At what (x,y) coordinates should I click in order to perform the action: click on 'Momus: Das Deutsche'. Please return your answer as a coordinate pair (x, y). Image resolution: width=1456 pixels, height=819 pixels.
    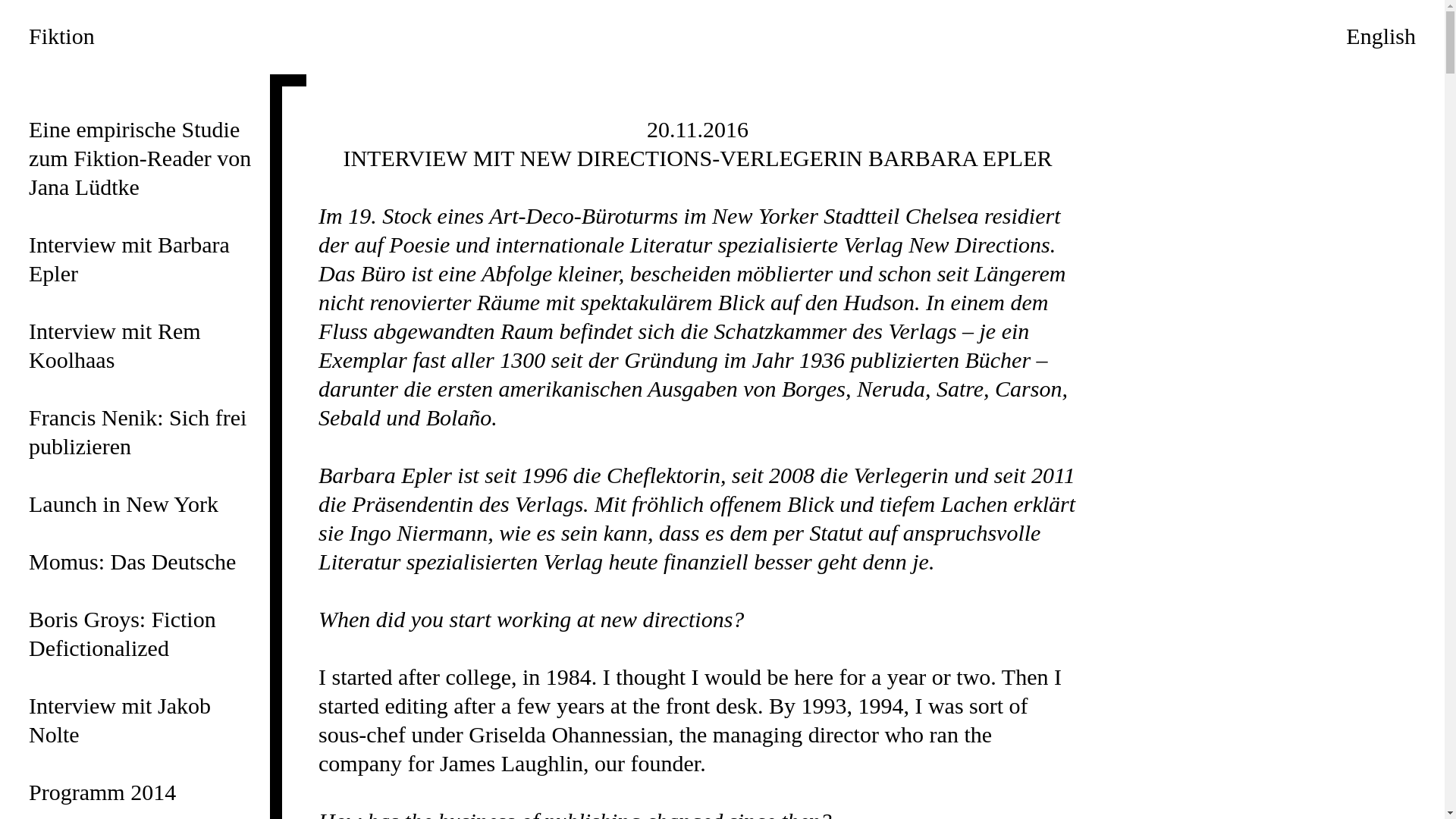
    Looking at the image, I should click on (132, 561).